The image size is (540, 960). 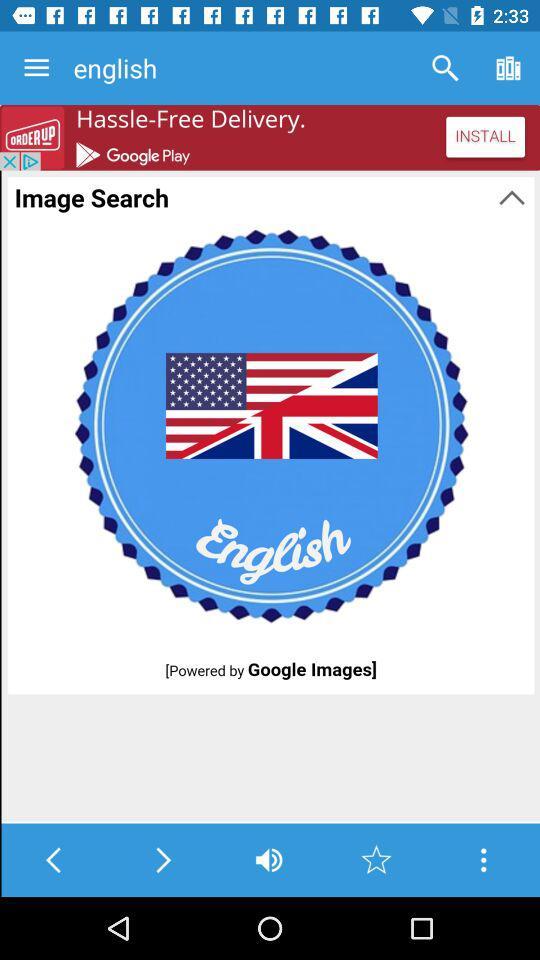 What do you see at coordinates (54, 859) in the screenshot?
I see `the arrow_backward icon` at bounding box center [54, 859].